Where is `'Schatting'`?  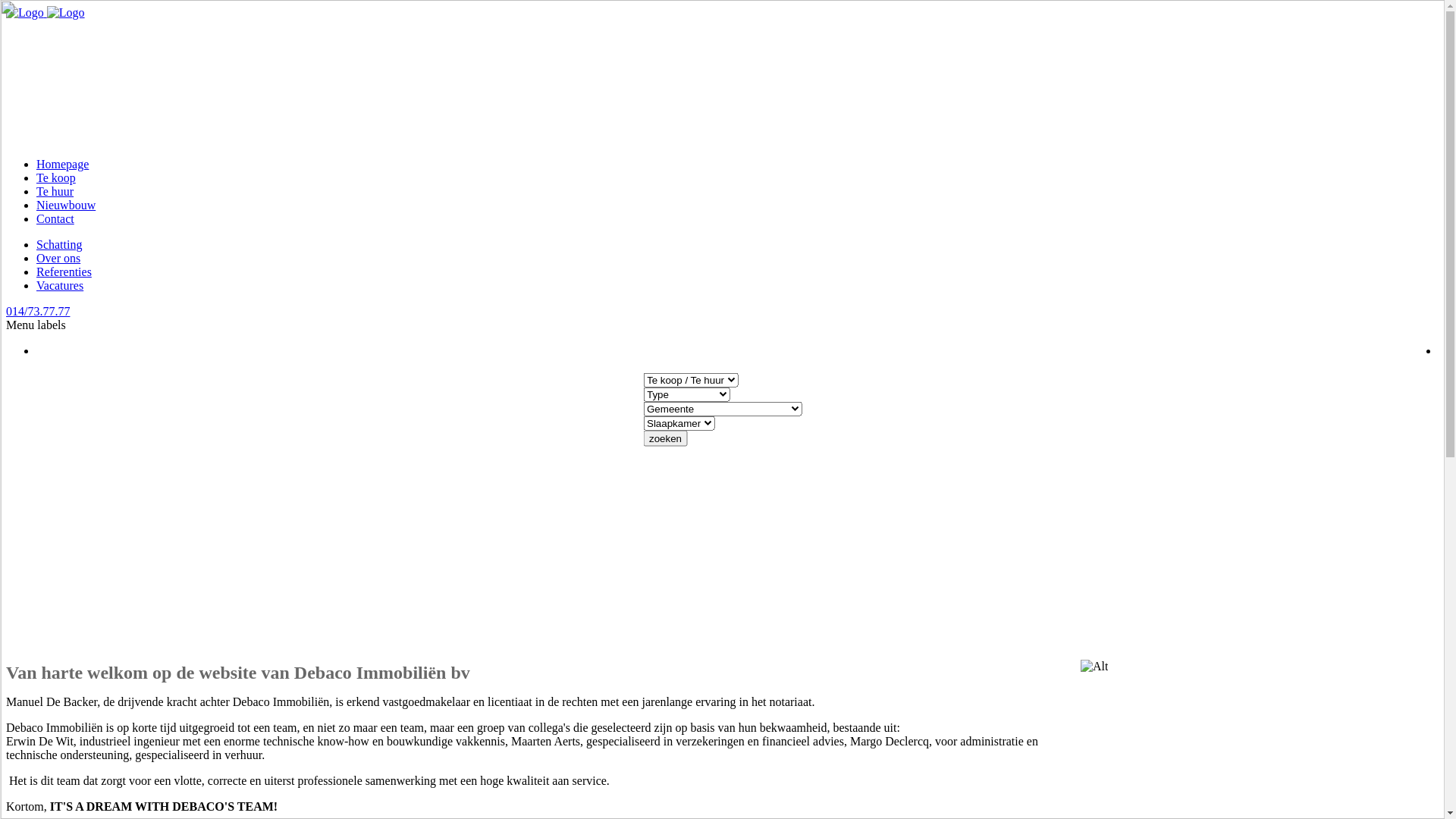 'Schatting' is located at coordinates (58, 243).